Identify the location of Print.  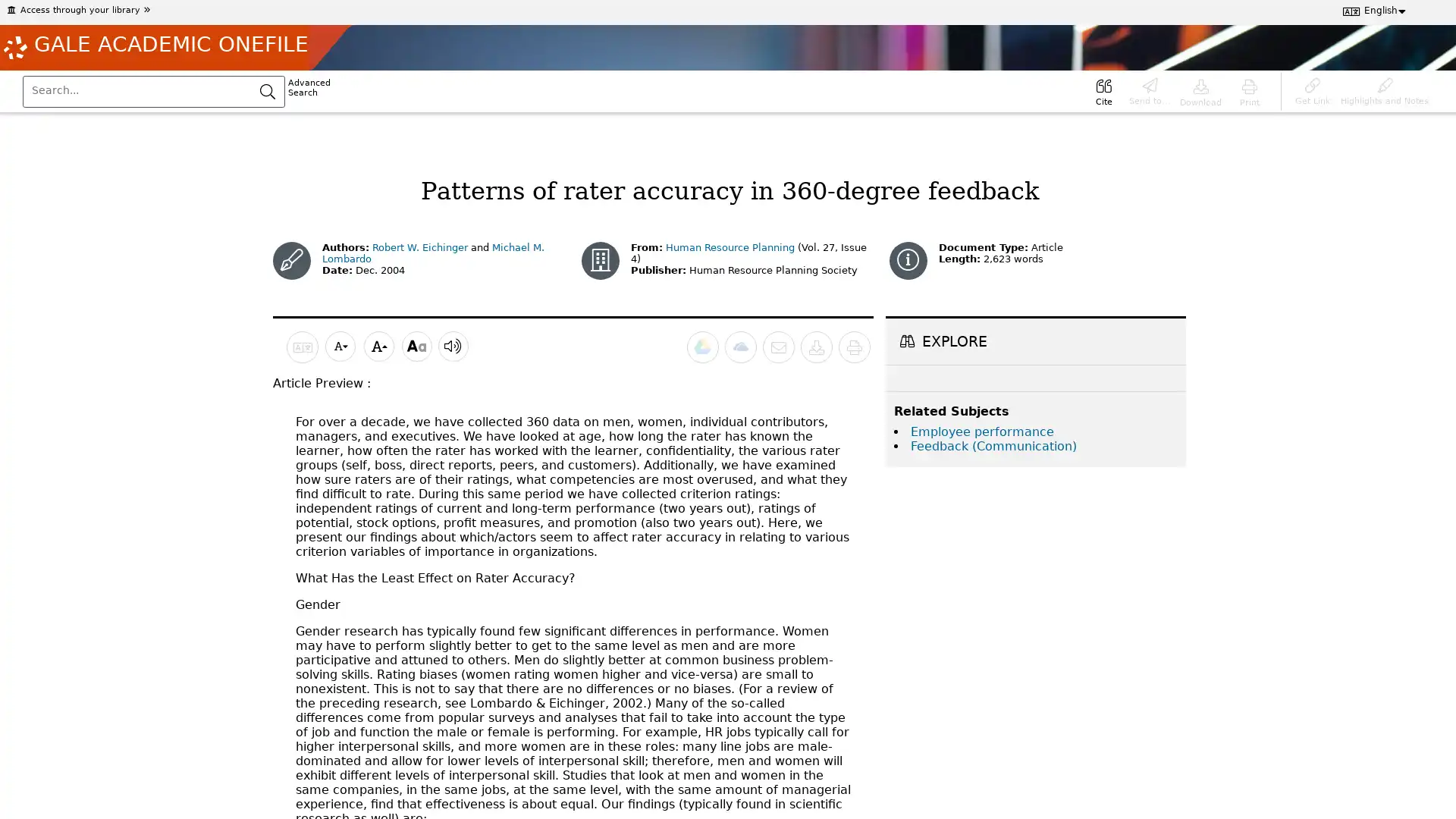
(1249, 91).